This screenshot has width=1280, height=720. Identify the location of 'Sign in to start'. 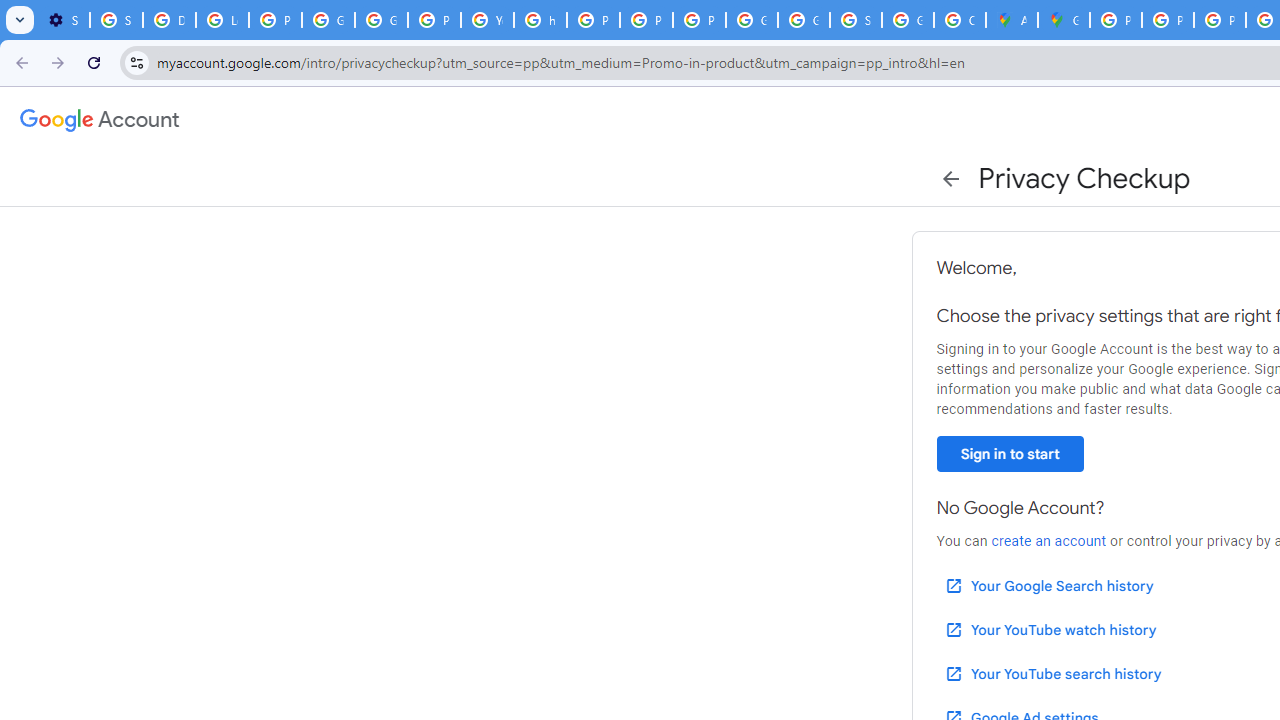
(1009, 454).